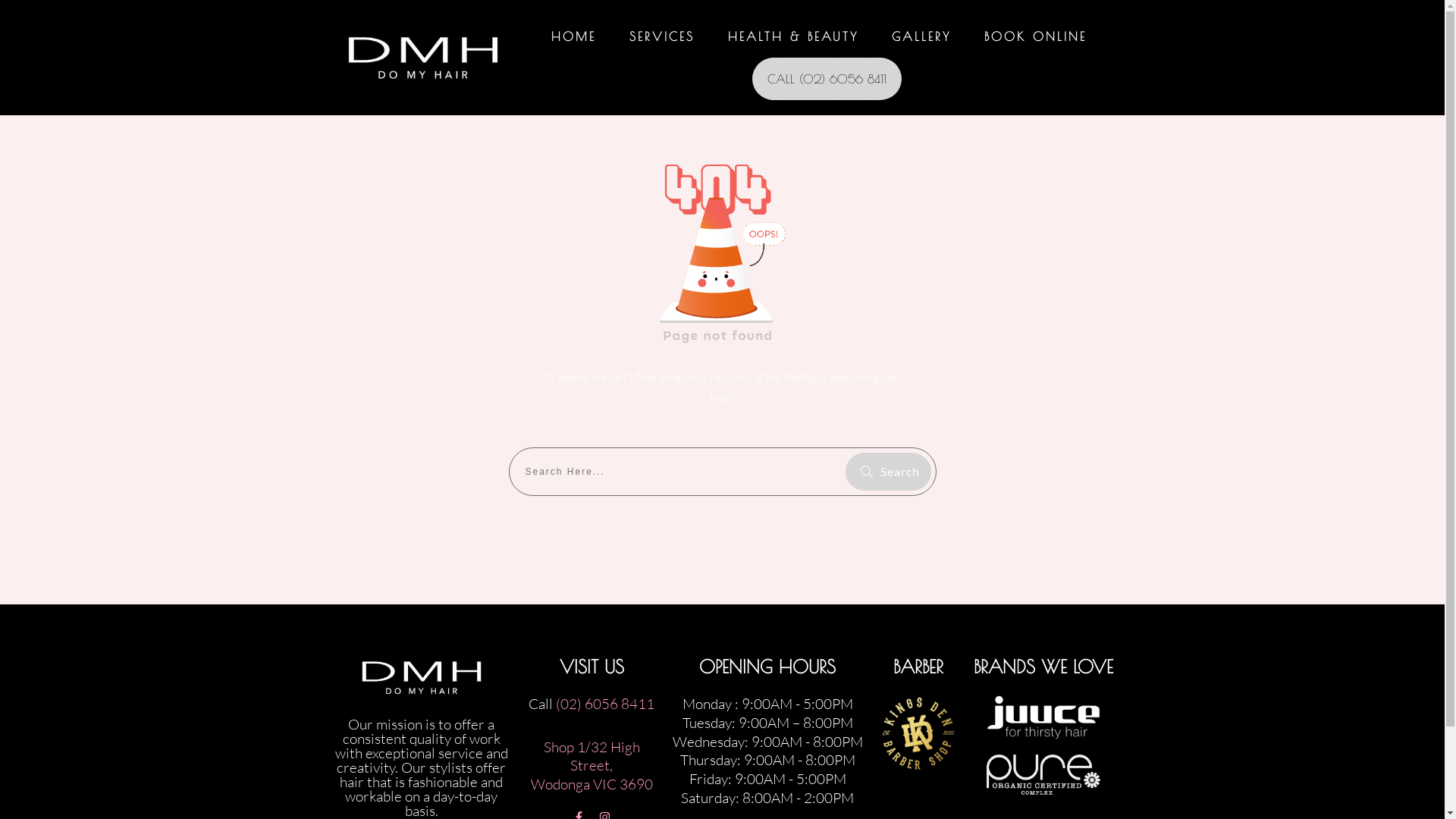  I want to click on 'kings-den-barber-shop-wodonga', so click(880, 733).